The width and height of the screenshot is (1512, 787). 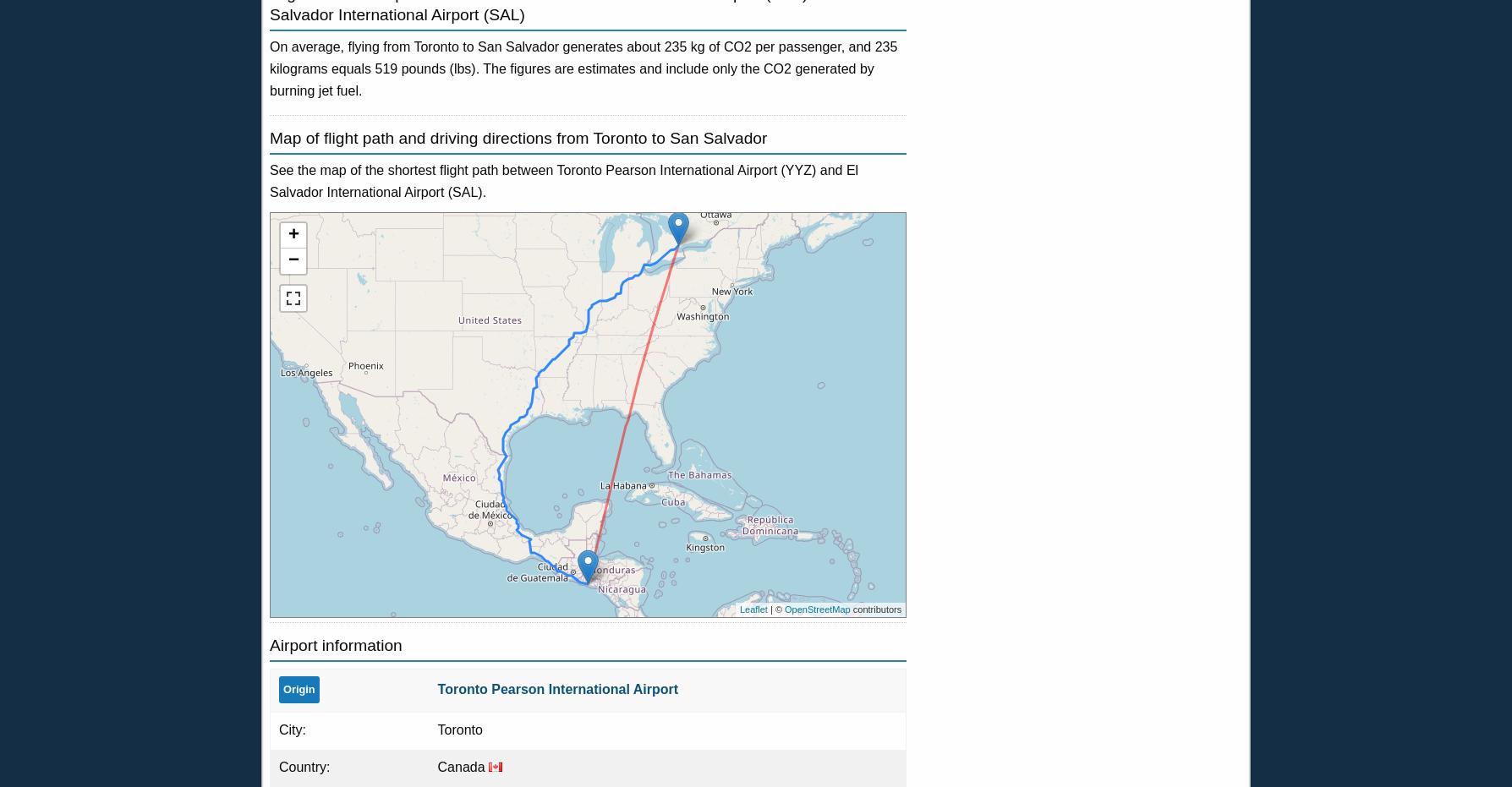 What do you see at coordinates (278, 728) in the screenshot?
I see `'City:'` at bounding box center [278, 728].